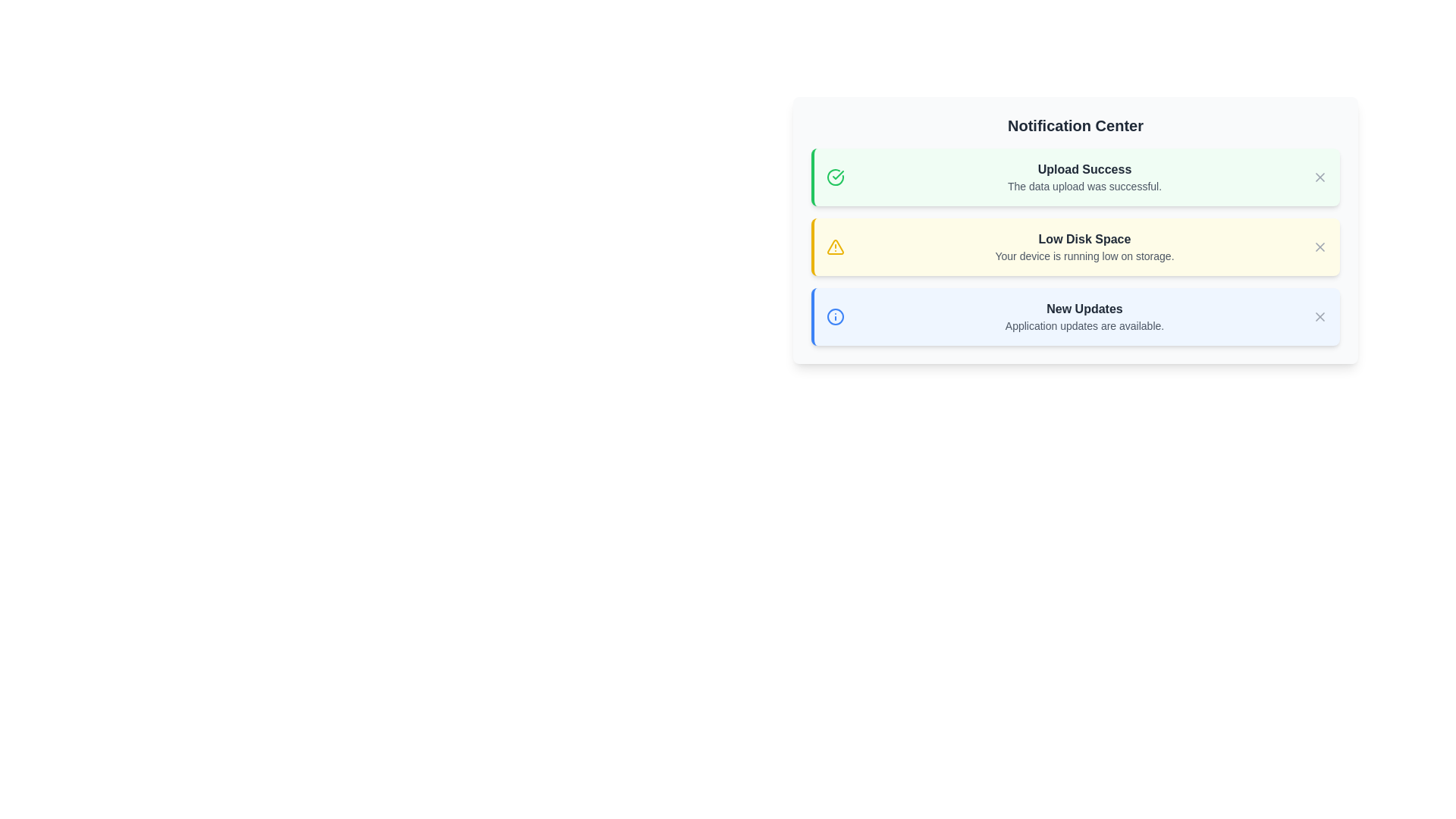 Image resolution: width=1456 pixels, height=819 pixels. What do you see at coordinates (833, 245) in the screenshot?
I see `the yellow triangular icon containing an exclamation mark, which is part of the 'Low Disk Space' notification, to access the accompanying text` at bounding box center [833, 245].